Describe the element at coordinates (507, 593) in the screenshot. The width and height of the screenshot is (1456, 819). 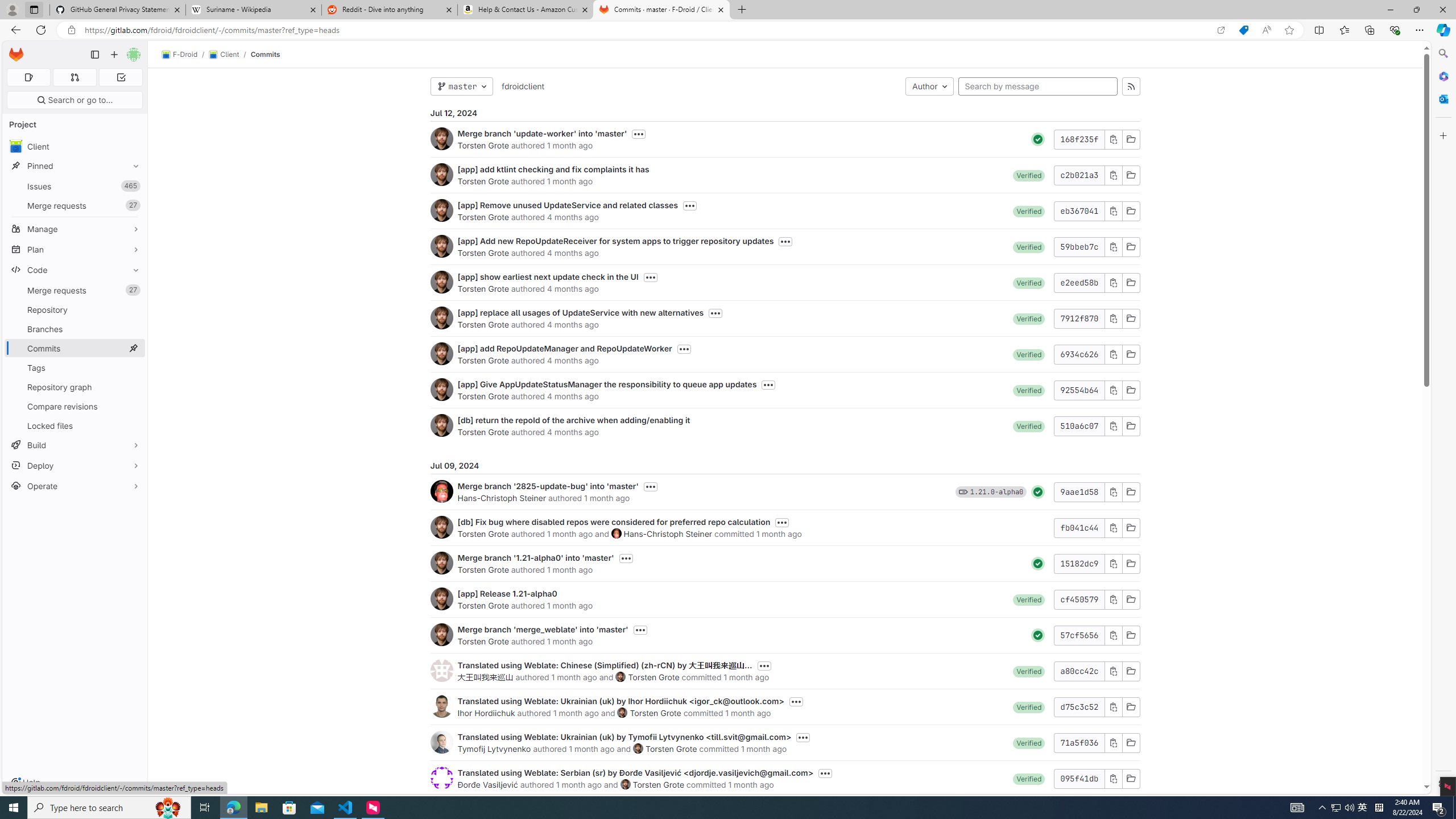
I see `'[app] Release 1.21-alpha0'` at that location.